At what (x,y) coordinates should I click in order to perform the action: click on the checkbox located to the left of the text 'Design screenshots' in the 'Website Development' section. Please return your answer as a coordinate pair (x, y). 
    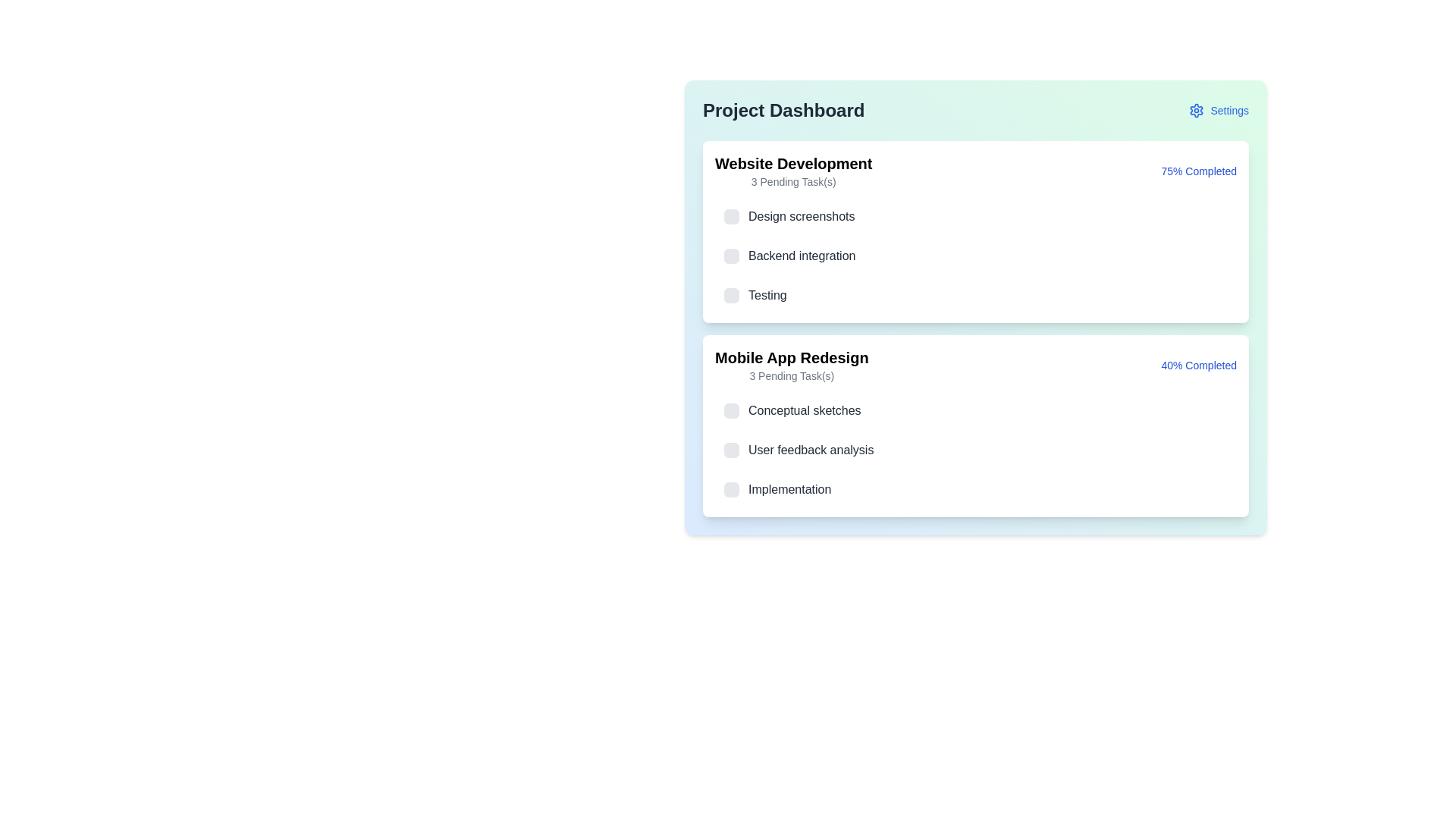
    Looking at the image, I should click on (731, 216).